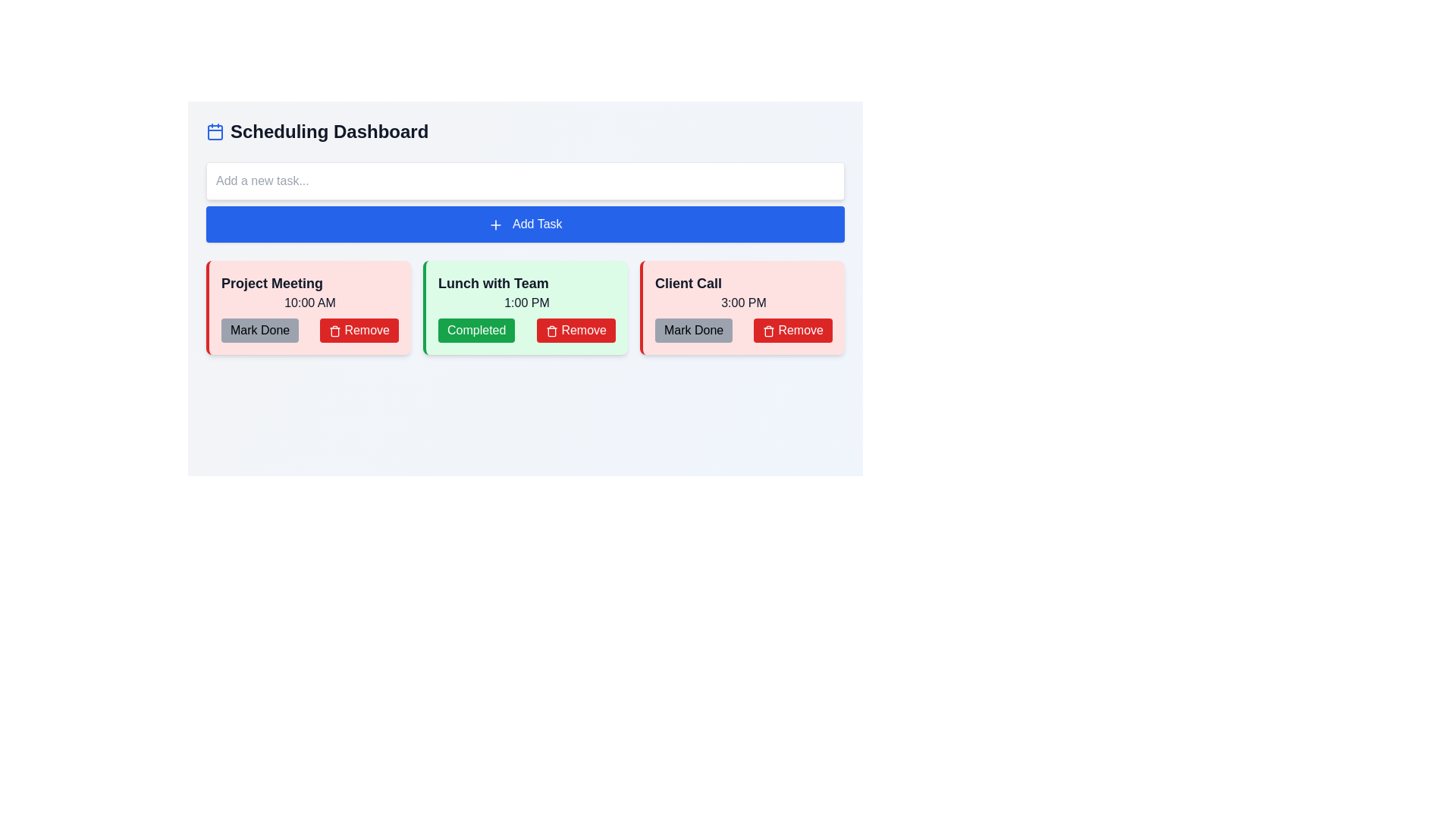 The width and height of the screenshot is (1456, 819). What do you see at coordinates (743, 303) in the screenshot?
I see `the text label displaying '3:00 PM' in bold black font on a light red background, located centrally below the 'Client Call' title within the client call task card` at bounding box center [743, 303].